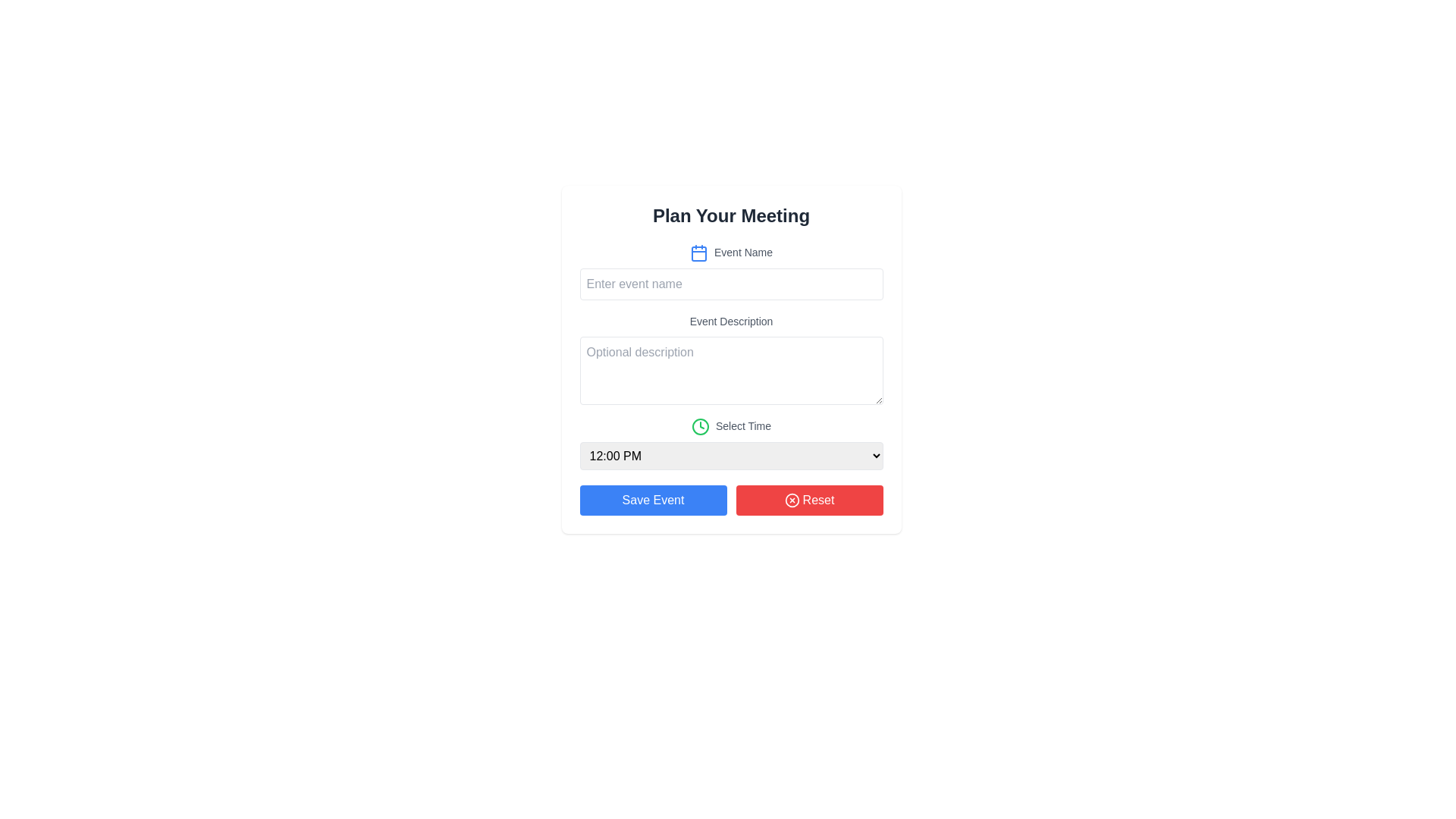 Image resolution: width=1456 pixels, height=819 pixels. Describe the element at coordinates (653, 500) in the screenshot. I see `the 'Save Event' button, which has a blue background and white text, located at the bottom of the layout as the leftmost button in a group of two buttons` at that location.